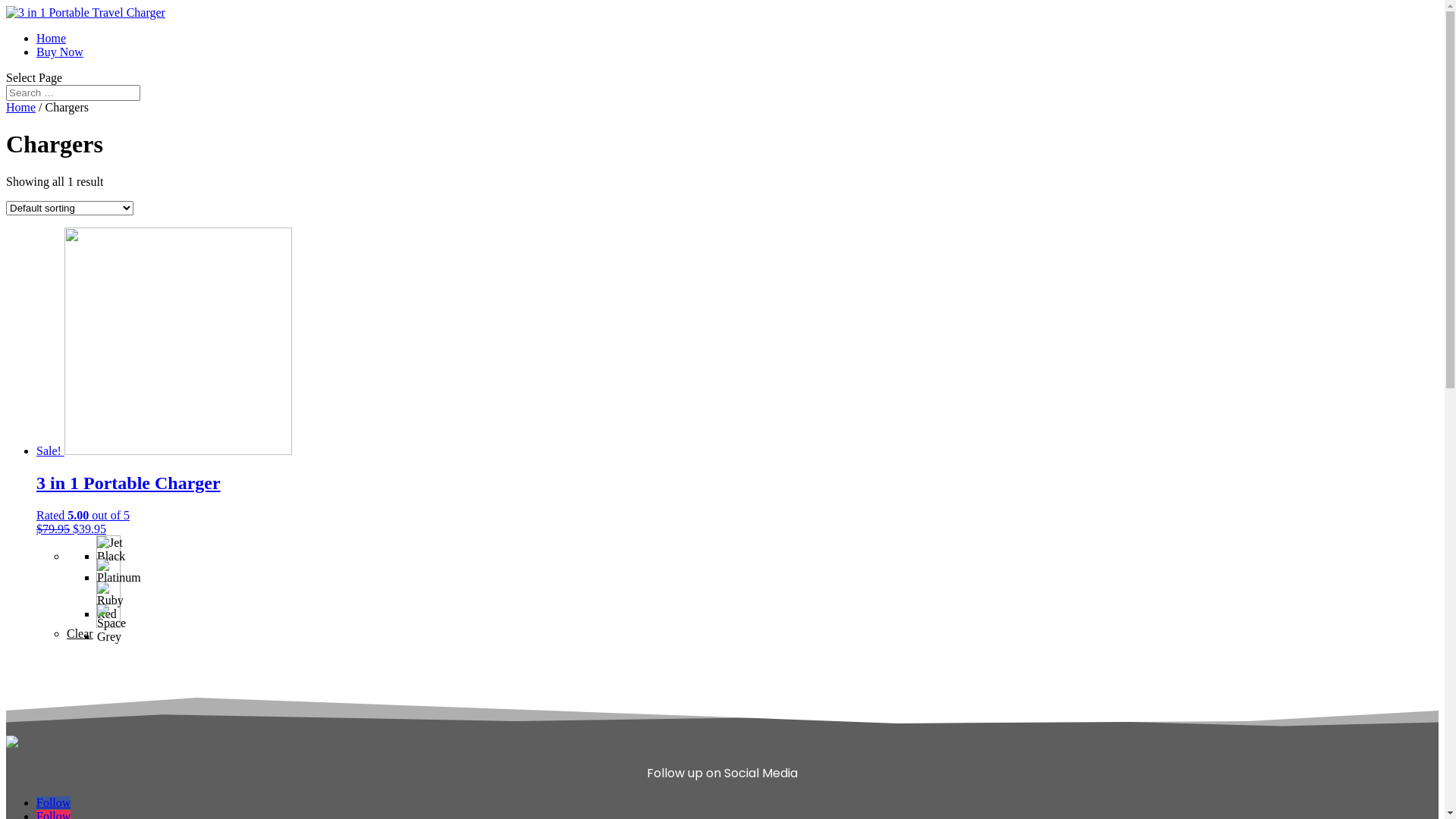 Image resolution: width=1456 pixels, height=819 pixels. What do you see at coordinates (53, 802) in the screenshot?
I see `'Follow'` at bounding box center [53, 802].